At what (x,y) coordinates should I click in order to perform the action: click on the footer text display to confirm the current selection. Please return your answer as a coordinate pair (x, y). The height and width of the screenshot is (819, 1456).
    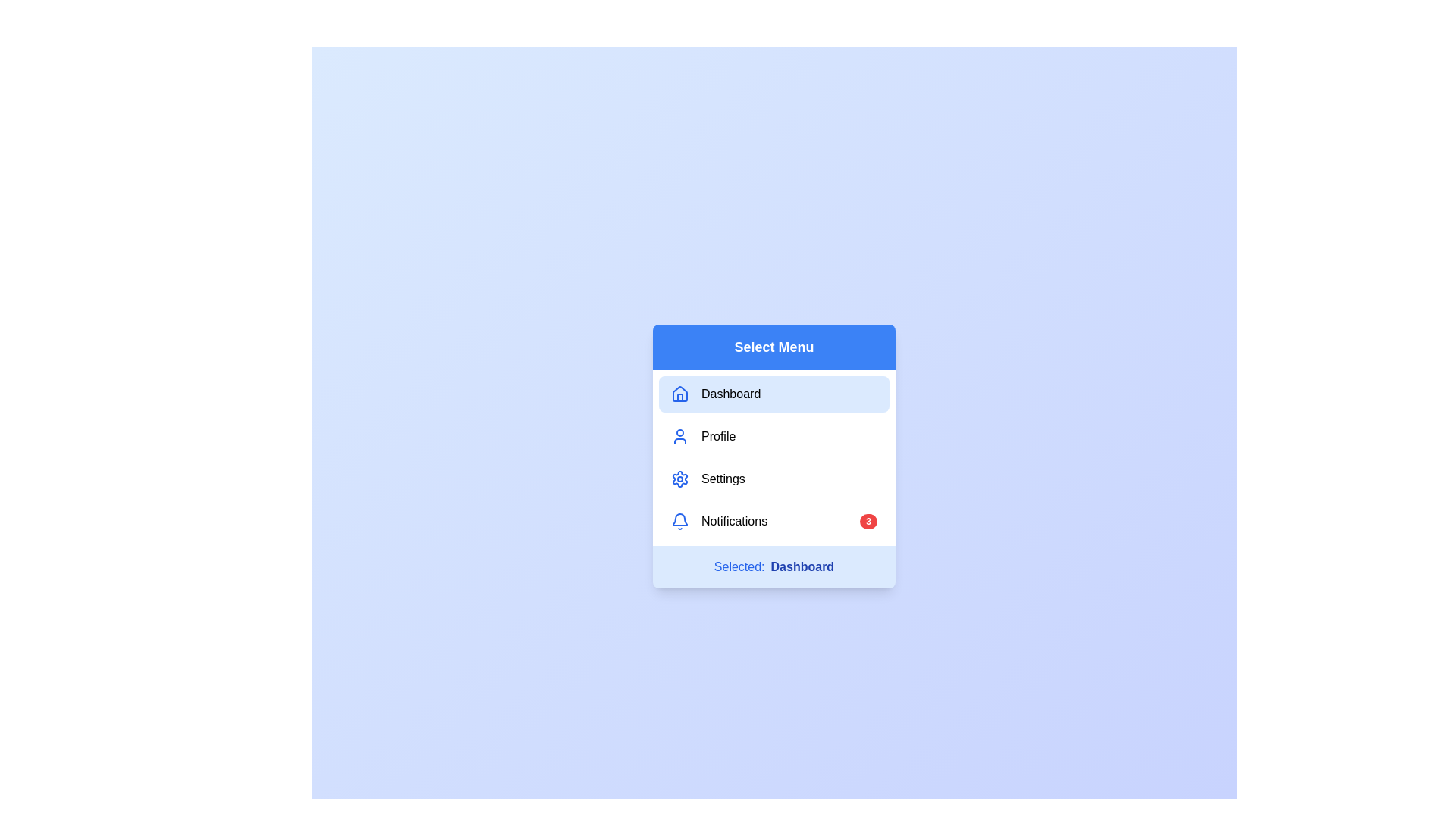
    Looking at the image, I should click on (774, 567).